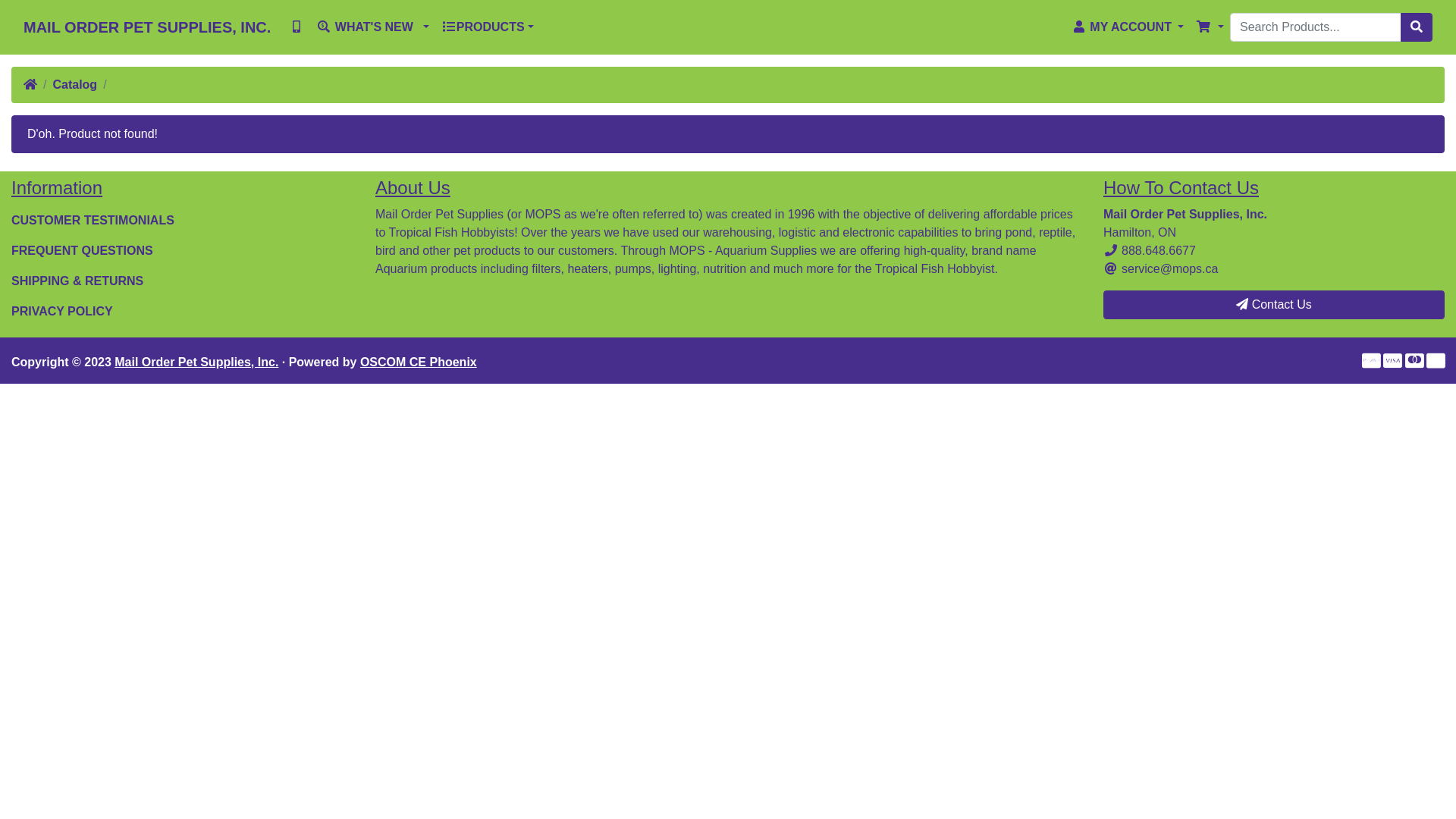  Describe the element at coordinates (11, 311) in the screenshot. I see `'PRIVACY POLICY'` at that location.